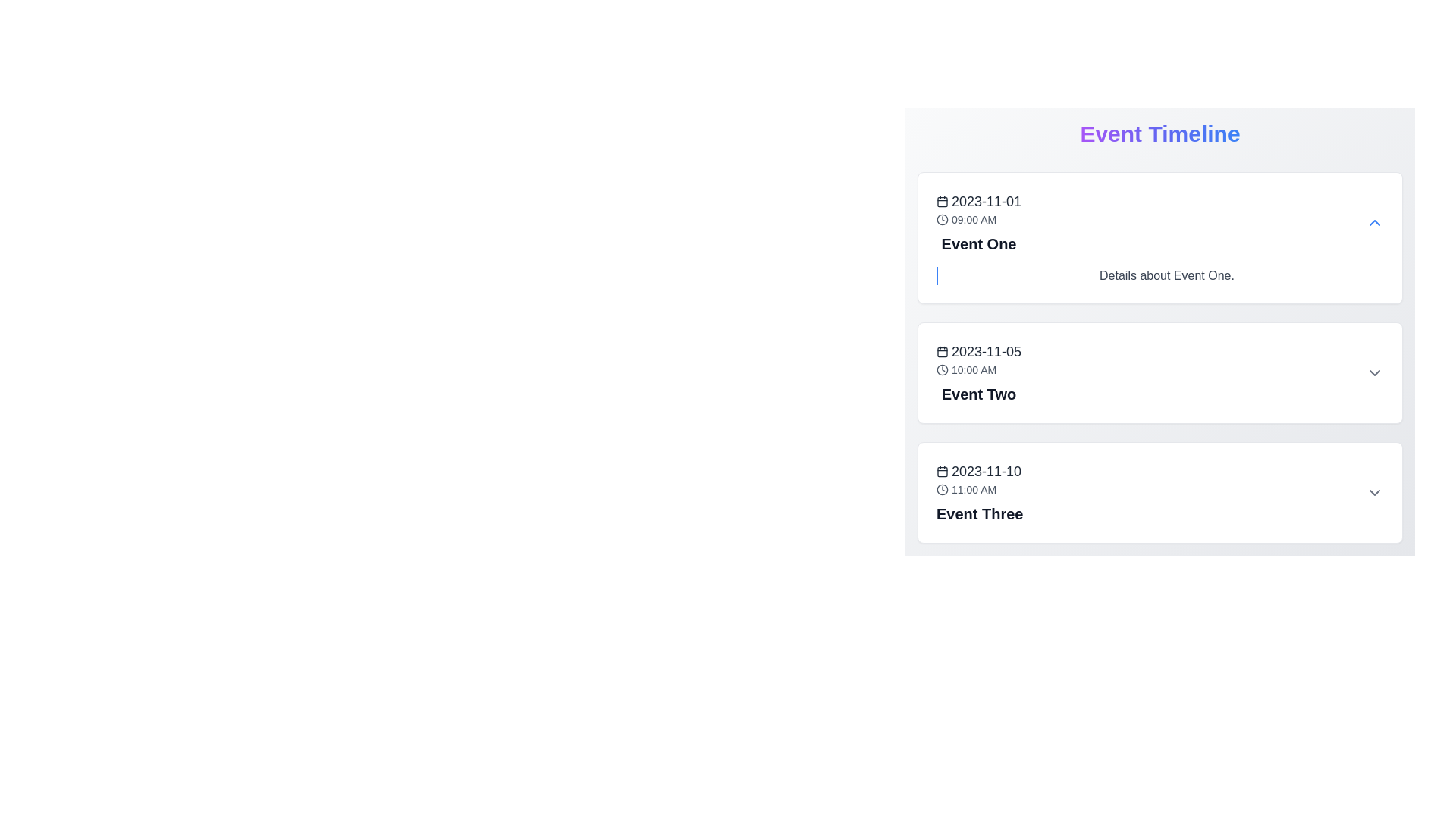 The height and width of the screenshot is (819, 1456). What do you see at coordinates (942, 351) in the screenshot?
I see `the central calendar icon element to interact with its date-related functionalities` at bounding box center [942, 351].